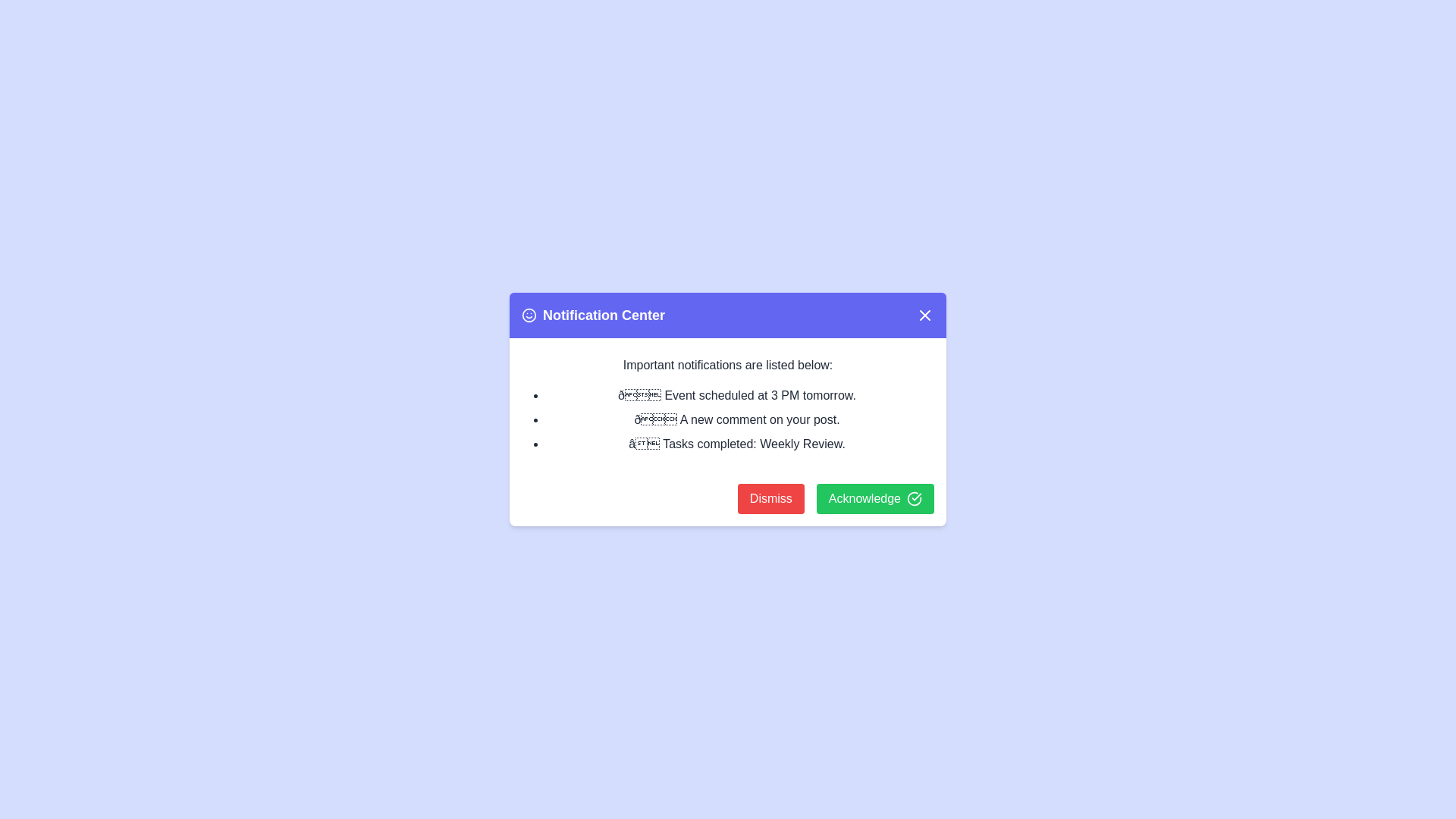 The height and width of the screenshot is (819, 1456). I want to click on the Acknowledge button to perform the associated action, so click(875, 499).